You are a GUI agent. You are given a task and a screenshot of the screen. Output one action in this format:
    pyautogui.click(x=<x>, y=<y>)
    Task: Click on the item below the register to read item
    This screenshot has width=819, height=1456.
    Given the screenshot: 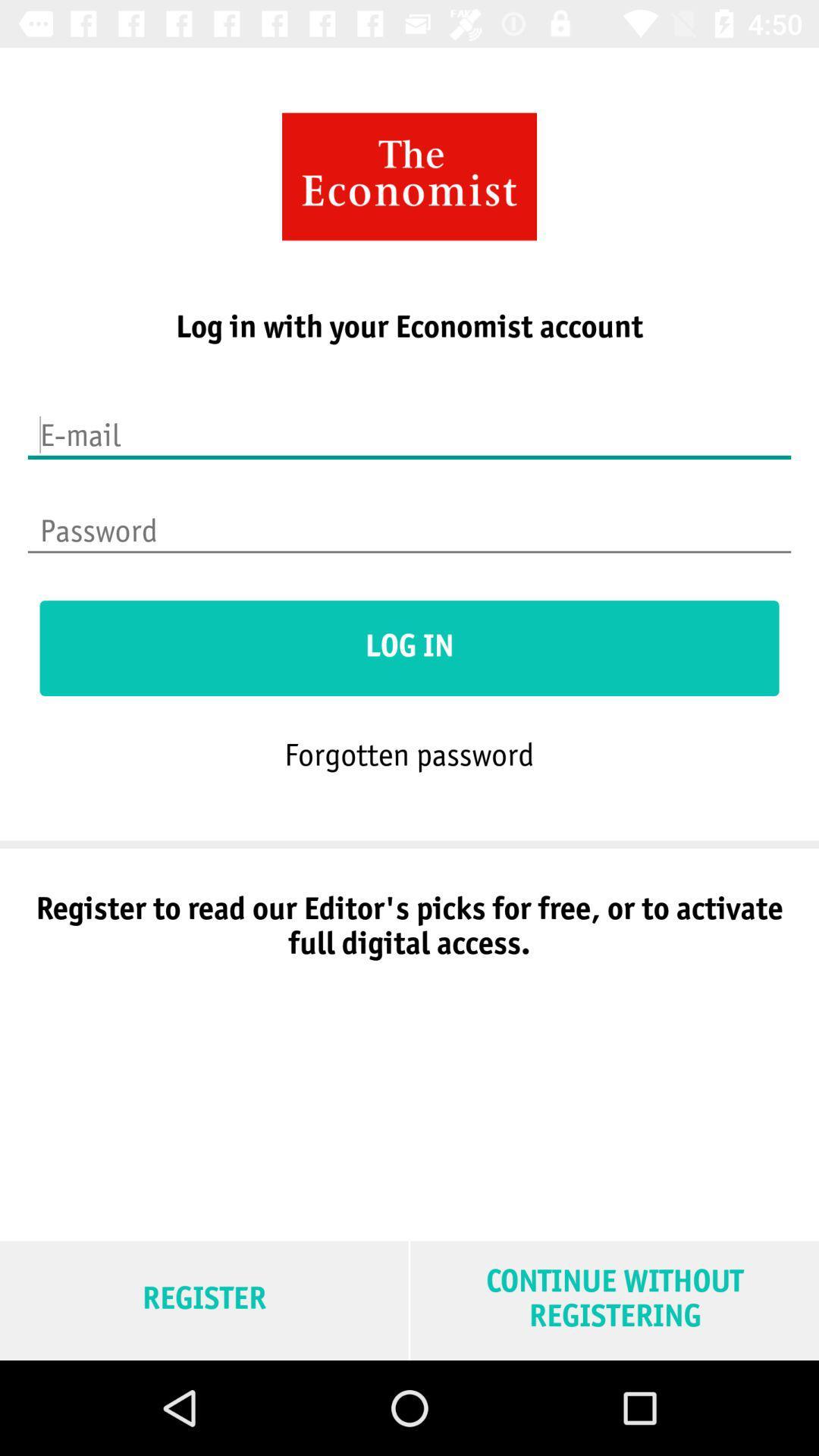 What is the action you would take?
    pyautogui.click(x=614, y=1300)
    